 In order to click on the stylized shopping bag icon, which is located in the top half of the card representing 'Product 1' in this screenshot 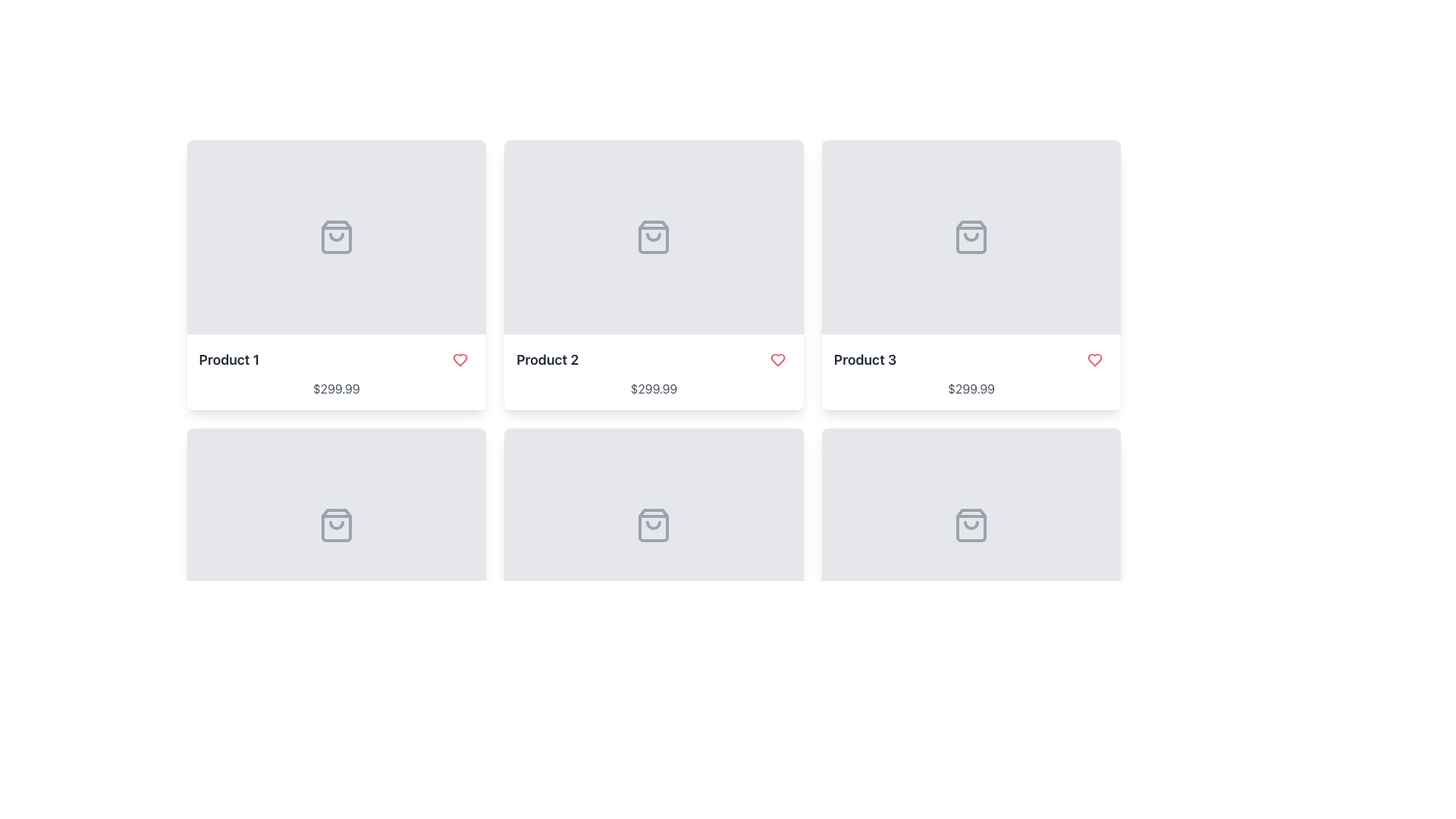, I will do `click(335, 237)`.